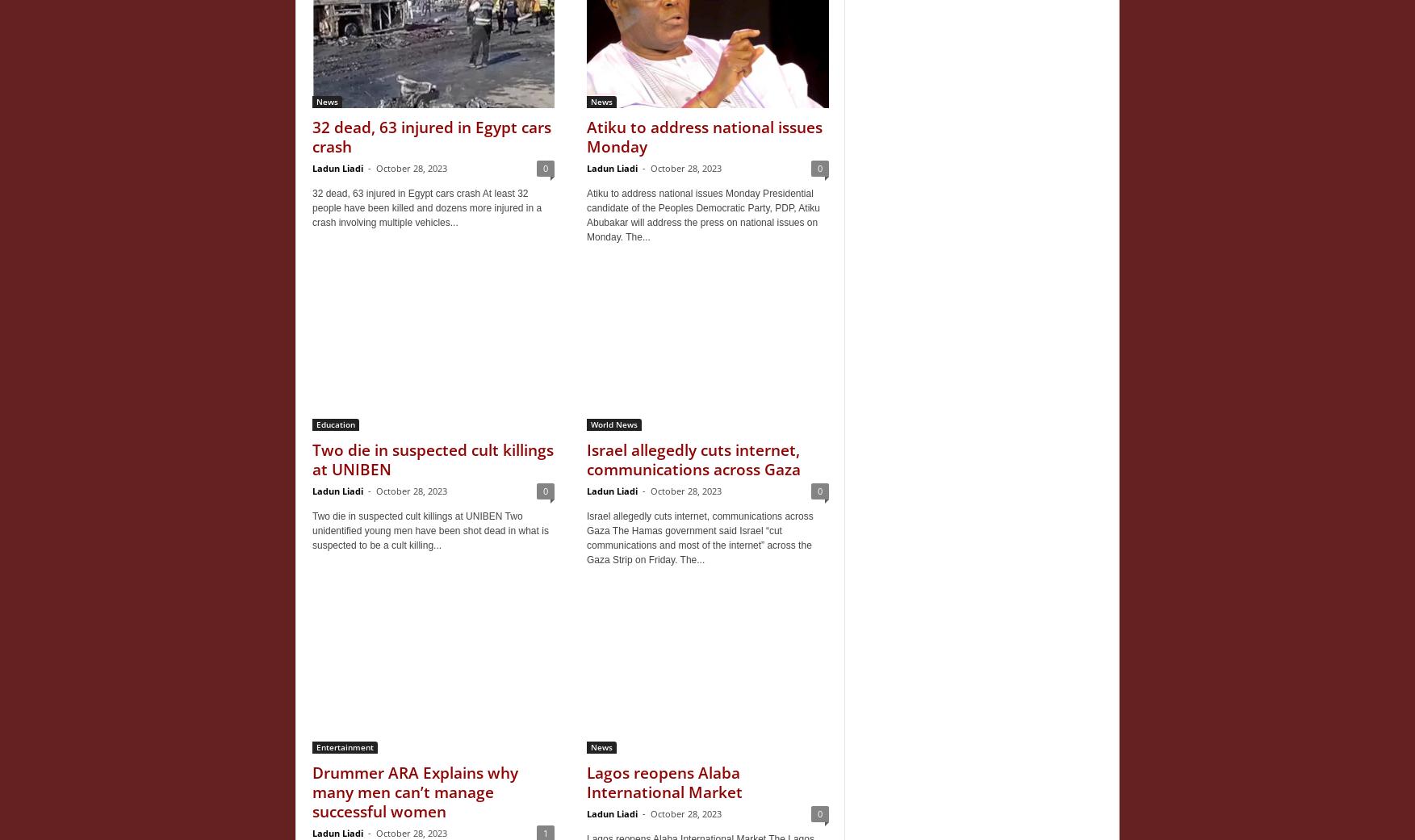 The width and height of the screenshot is (1415, 840). What do you see at coordinates (344, 746) in the screenshot?
I see `'Entertainment'` at bounding box center [344, 746].